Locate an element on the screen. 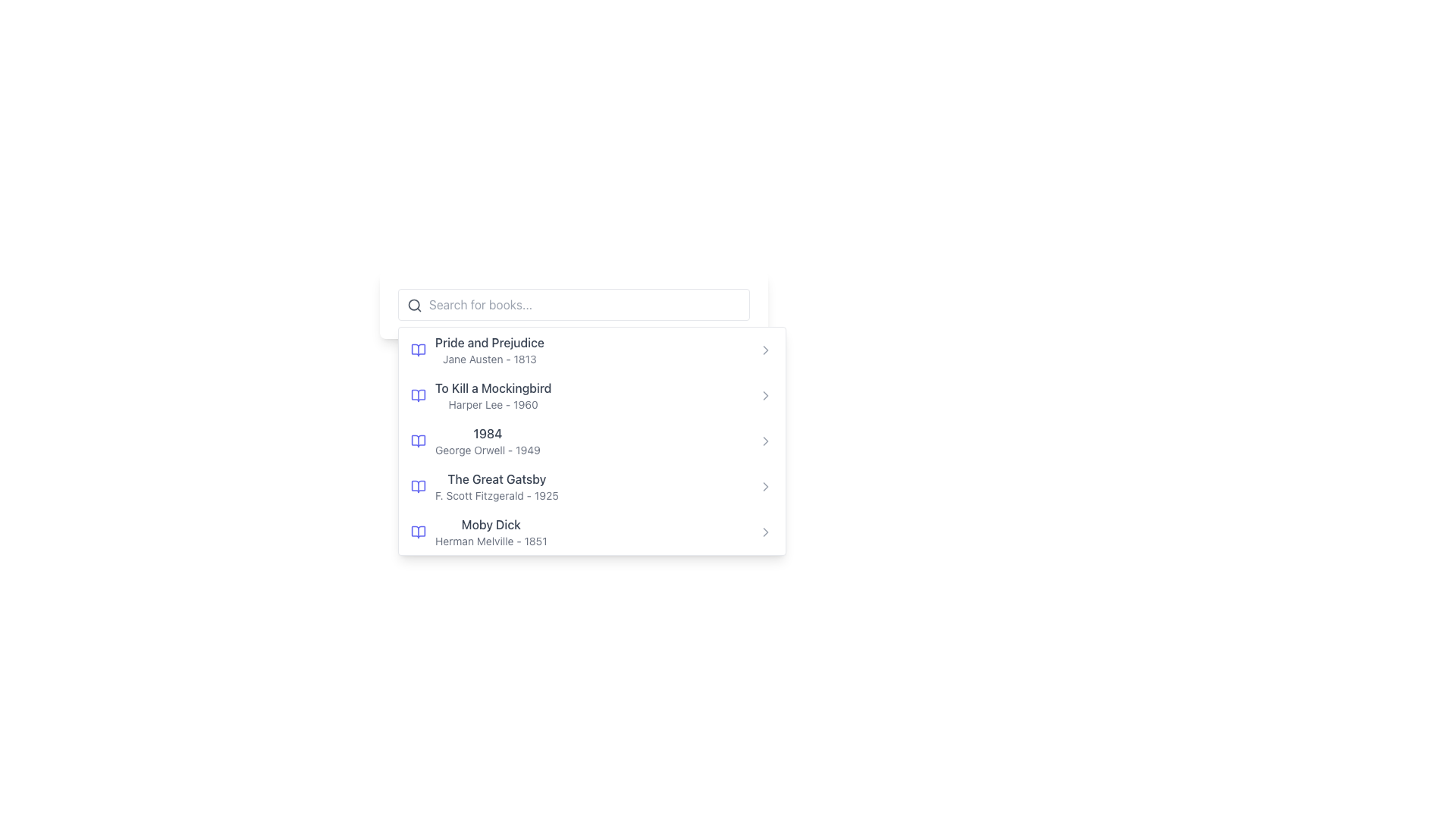 The height and width of the screenshot is (819, 1456). the Right Chevron Icon located at the far right of the 'Pride and Prejudice - Jane Austen, 1813' list item is located at coordinates (765, 350).